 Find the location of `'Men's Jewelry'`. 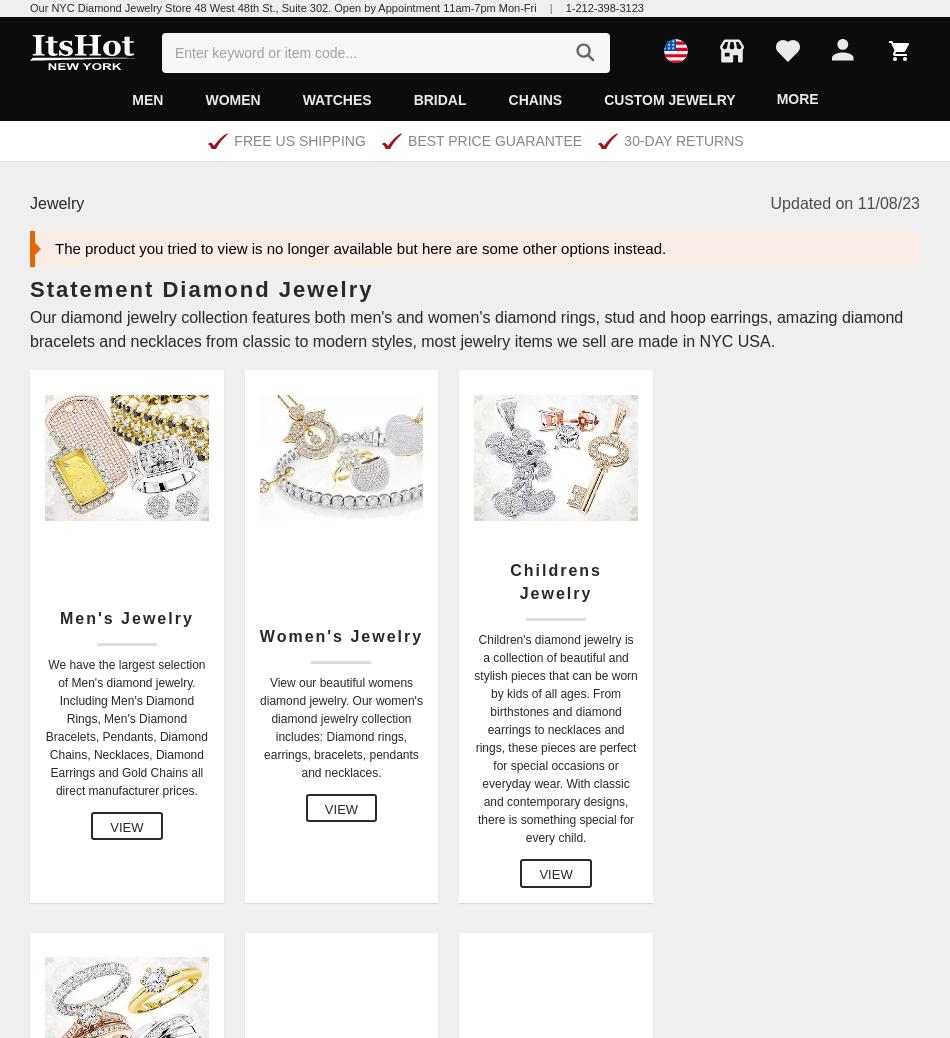

'Men's Jewelry' is located at coordinates (58, 616).